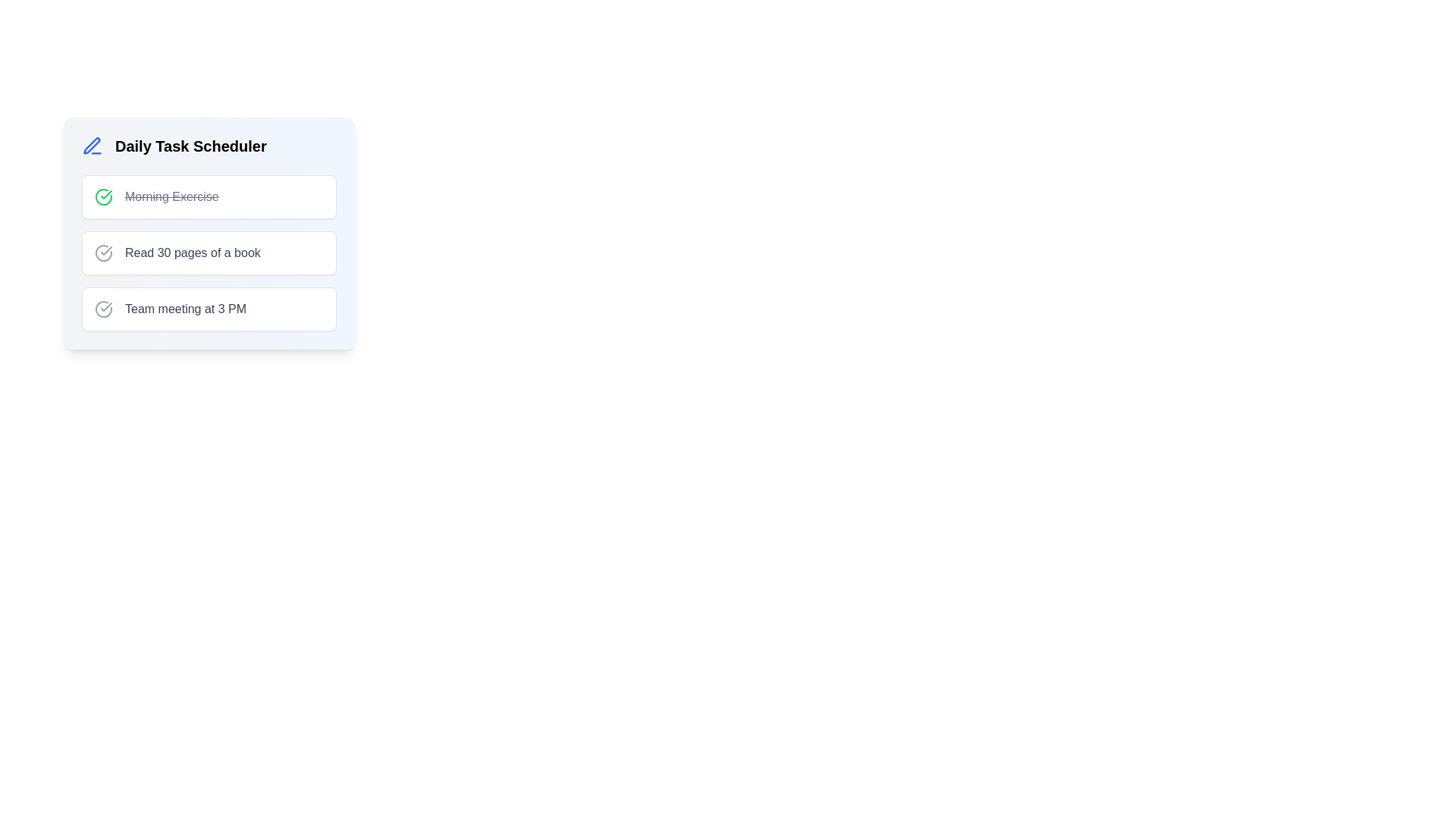  I want to click on the visual indicator icon associated with the 'Morning Exercise' task in the 'Daily Task Scheduler' section to interact with it, so click(103, 196).